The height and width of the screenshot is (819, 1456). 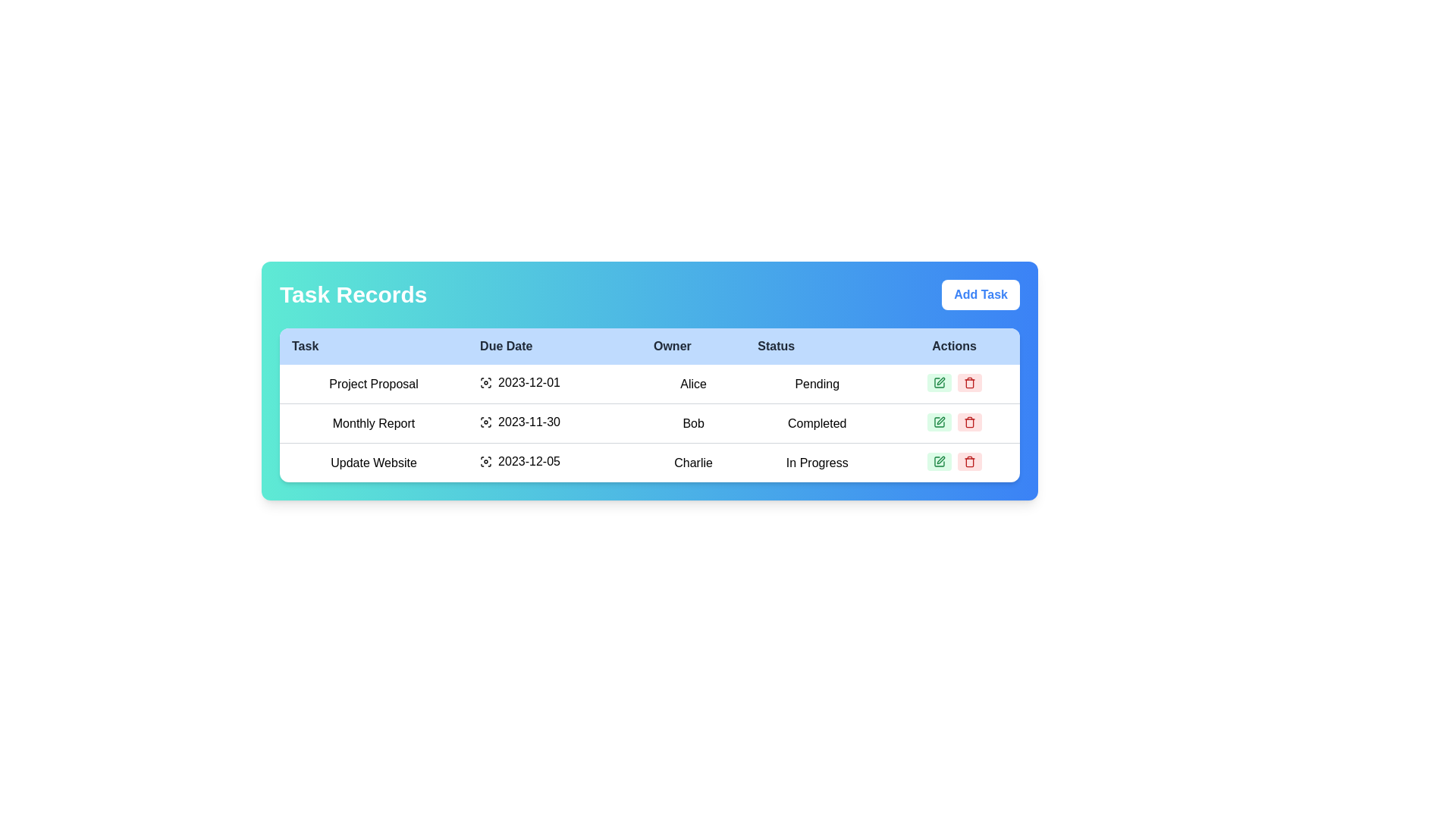 What do you see at coordinates (816, 383) in the screenshot?
I see `the 'Pending' status text label for the task 'Project Proposal' in the 'Status' column of the 'Task Records' section` at bounding box center [816, 383].